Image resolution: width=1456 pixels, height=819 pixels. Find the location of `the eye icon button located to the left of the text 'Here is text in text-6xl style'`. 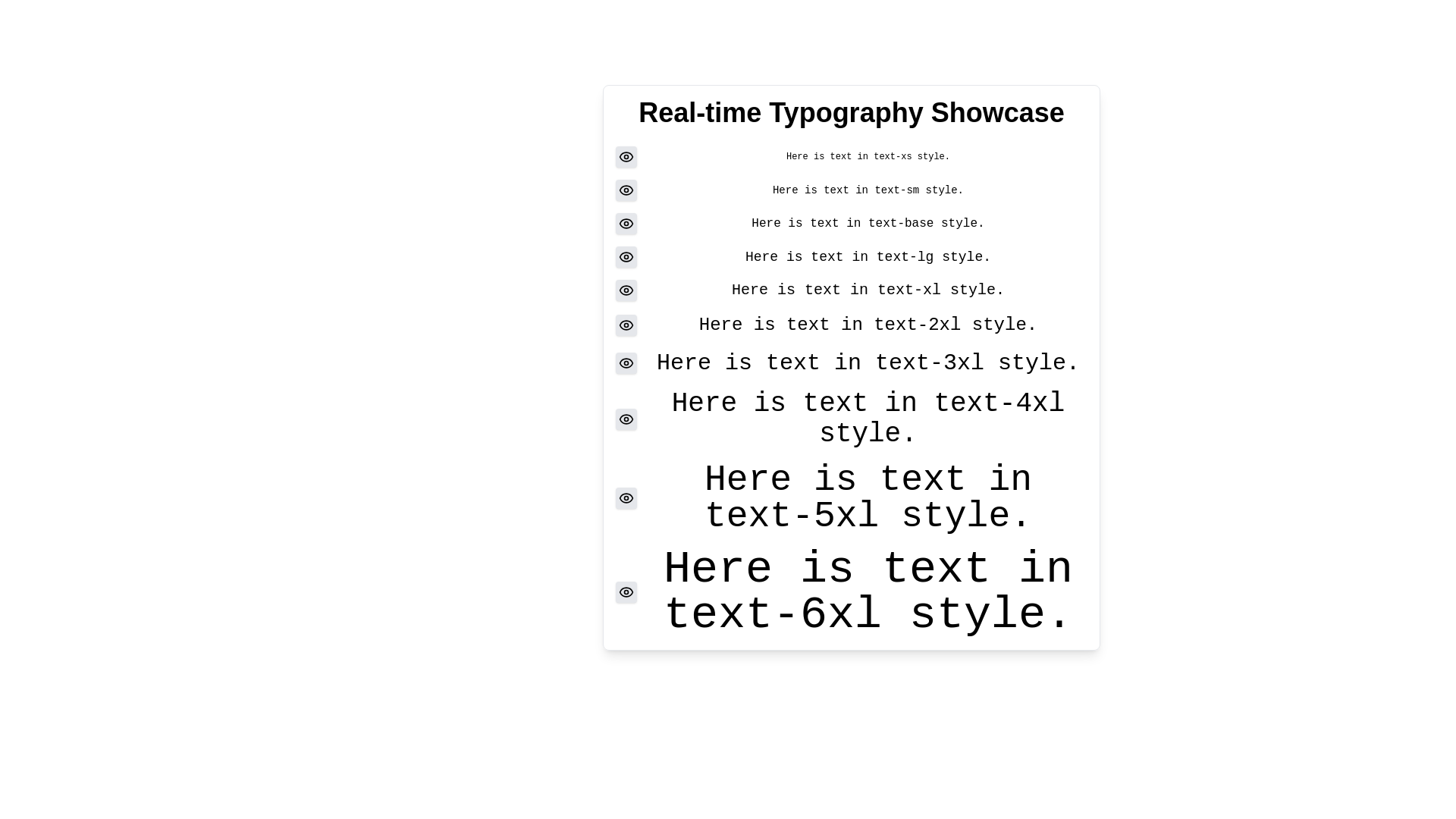

the eye icon button located to the left of the text 'Here is text in text-6xl style' is located at coordinates (626, 591).